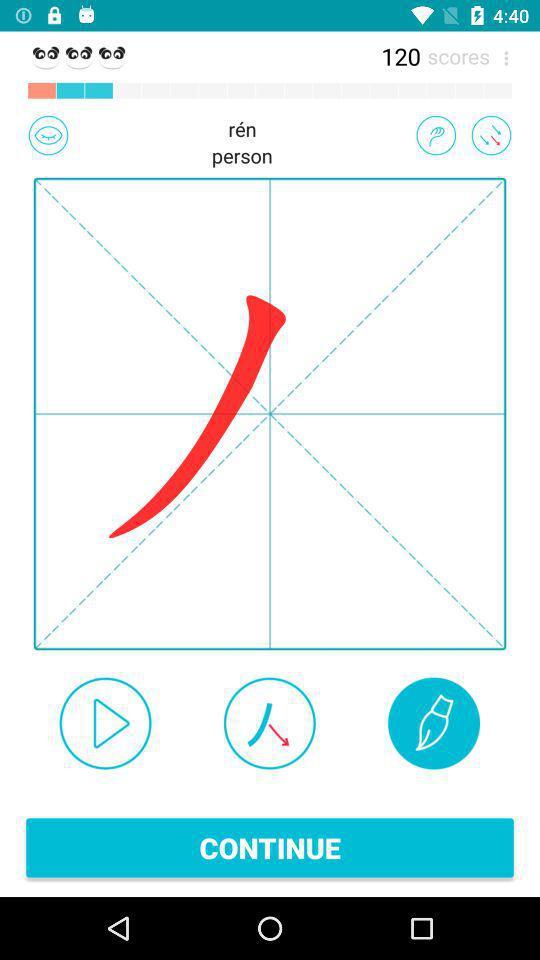 The width and height of the screenshot is (540, 960). I want to click on continue item, so click(270, 846).